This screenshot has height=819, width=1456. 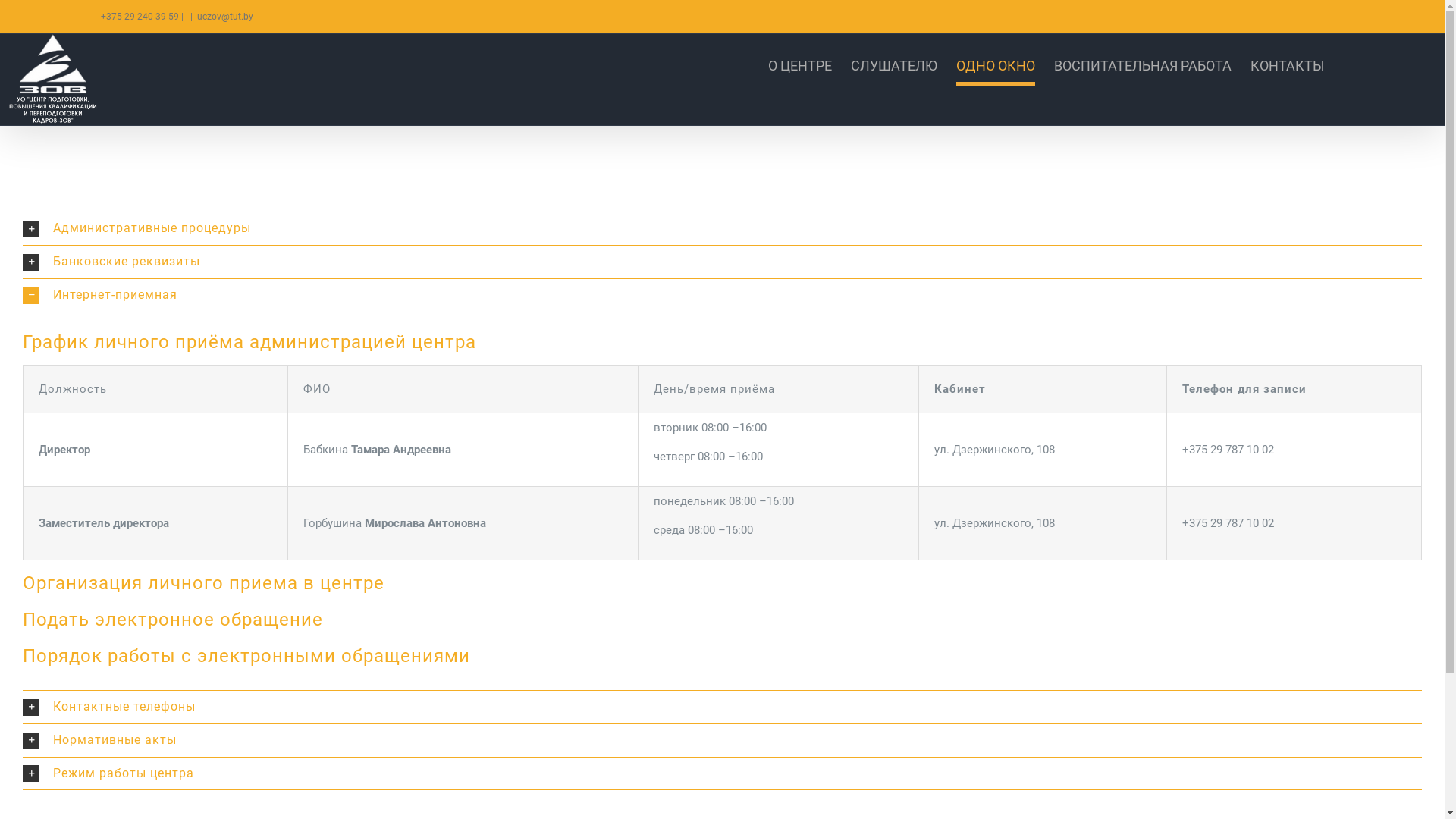 I want to click on 'uczov@tut.by', so click(x=224, y=17).